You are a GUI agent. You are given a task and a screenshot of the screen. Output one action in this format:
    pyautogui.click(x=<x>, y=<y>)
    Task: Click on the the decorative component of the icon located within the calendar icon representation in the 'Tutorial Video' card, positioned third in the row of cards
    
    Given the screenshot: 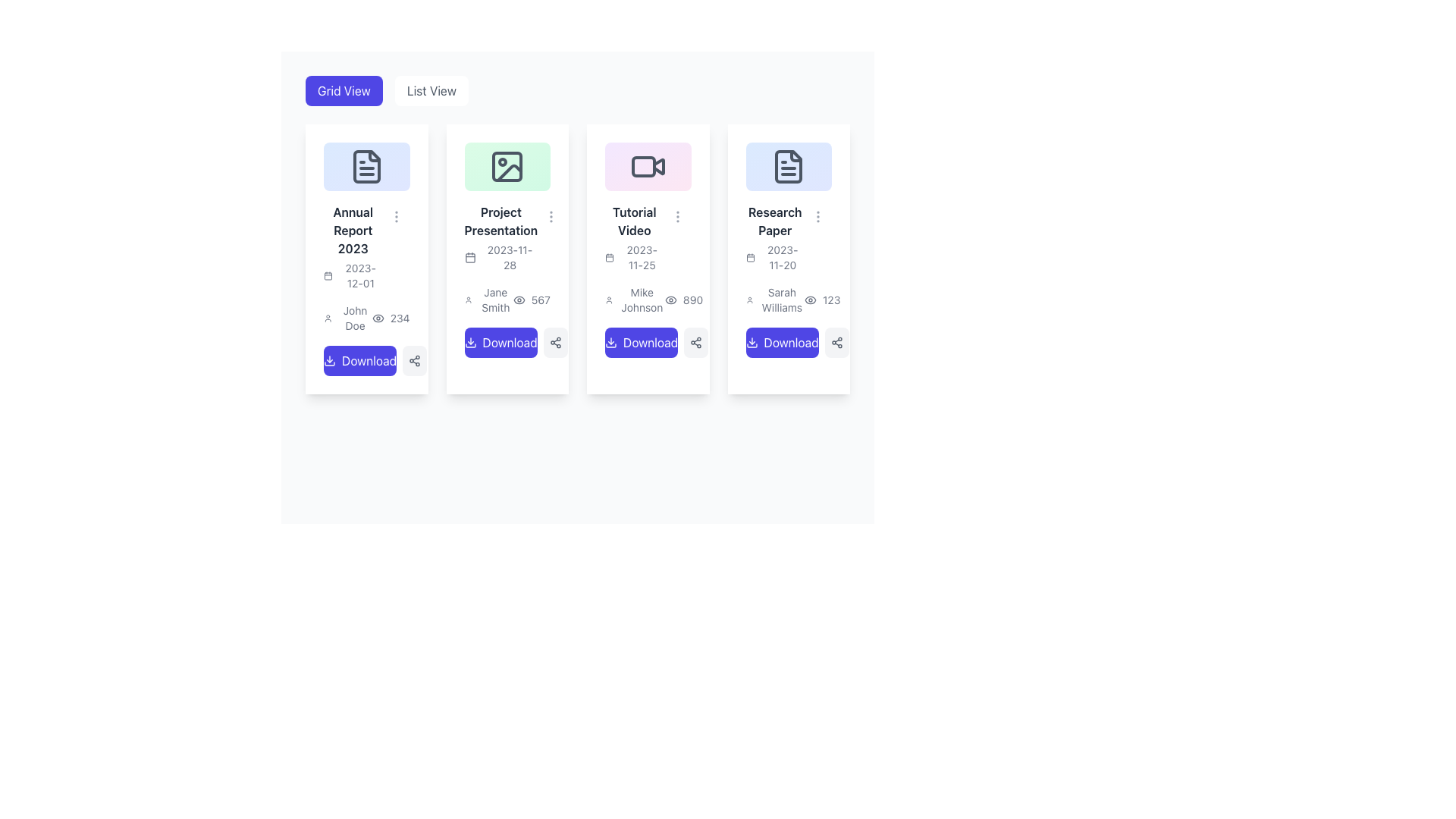 What is the action you would take?
    pyautogui.click(x=610, y=257)
    